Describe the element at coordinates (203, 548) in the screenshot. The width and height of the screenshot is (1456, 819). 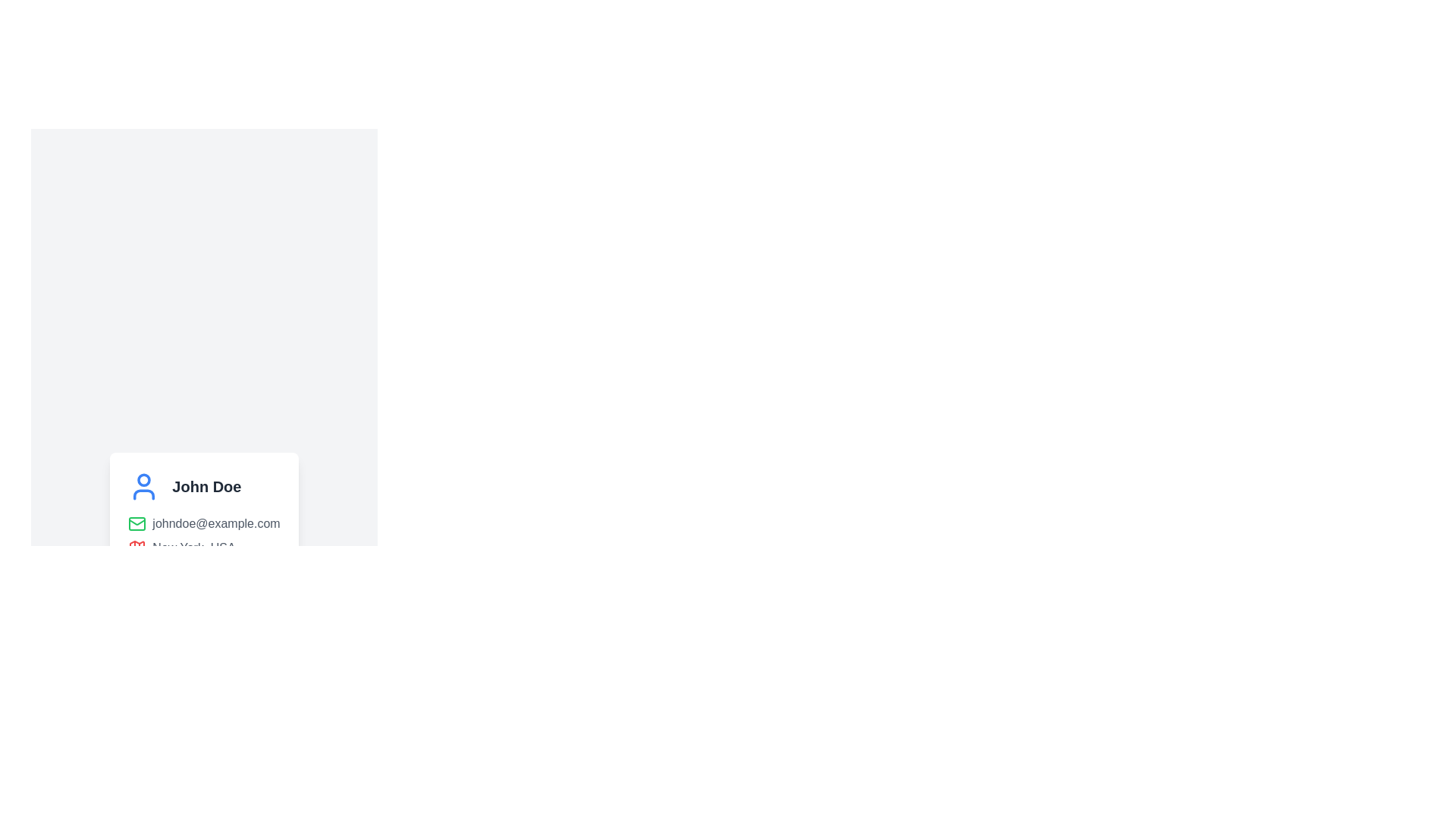
I see `label displaying 'New York, USA' with a red map icon, located in the bottom section of the card-like structure, below the email detail section` at that location.